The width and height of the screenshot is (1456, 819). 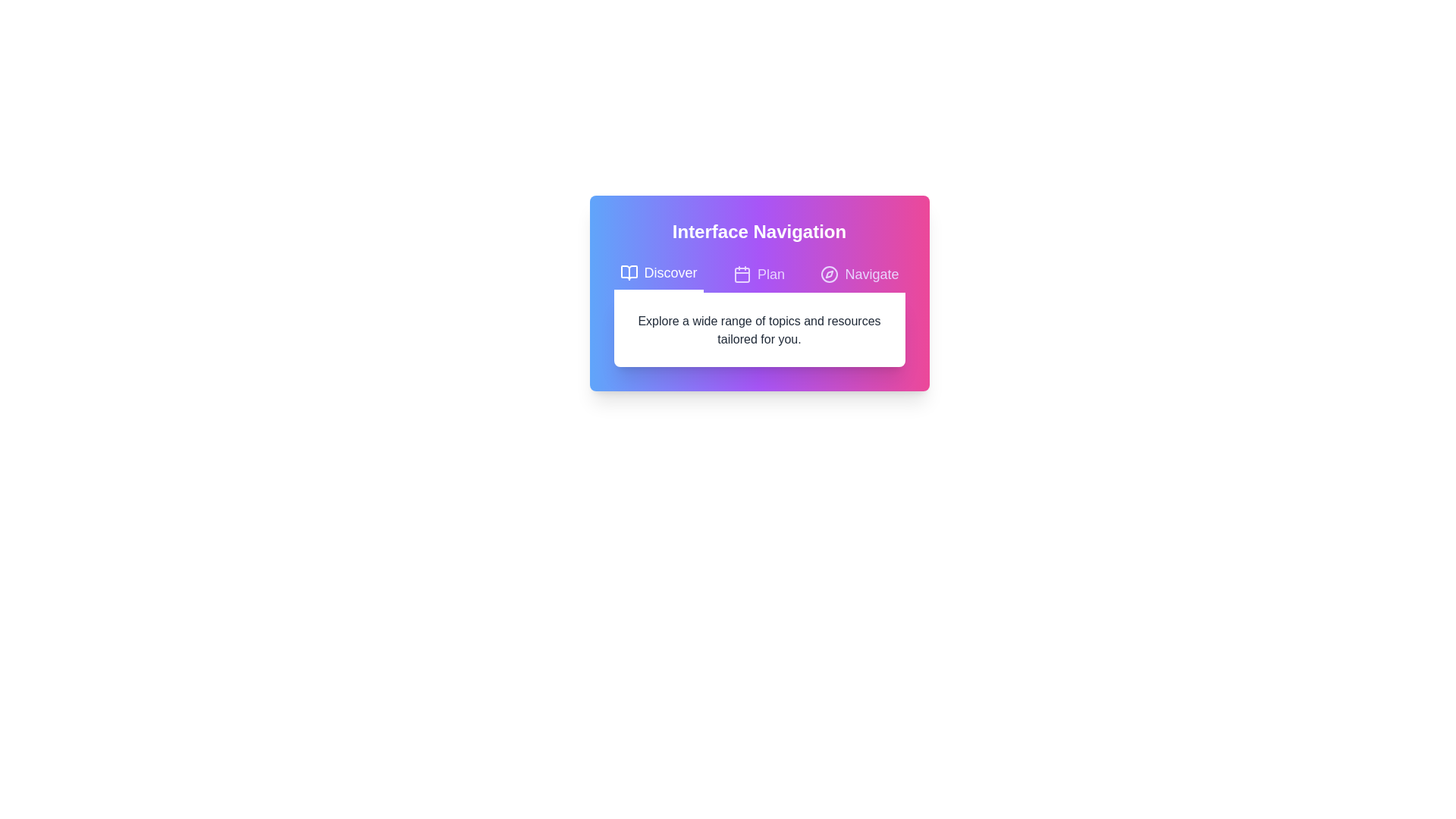 What do you see at coordinates (829, 275) in the screenshot?
I see `the circular compass icon component located centrally within the compass icon in the top-right quadrant of the 'Interface Navigation' card` at bounding box center [829, 275].